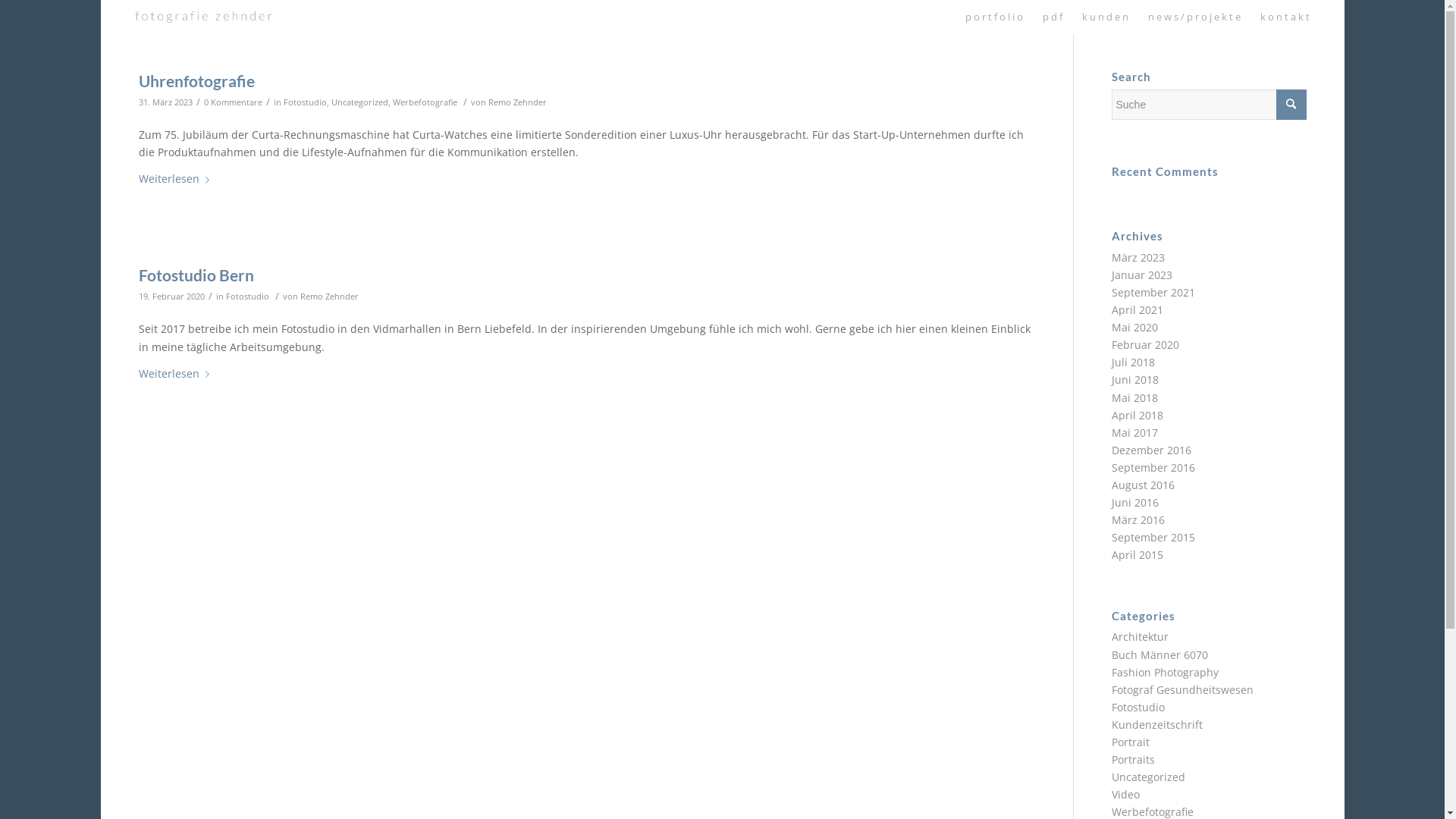  What do you see at coordinates (202, 17) in the screenshot?
I see `'LOGO'` at bounding box center [202, 17].